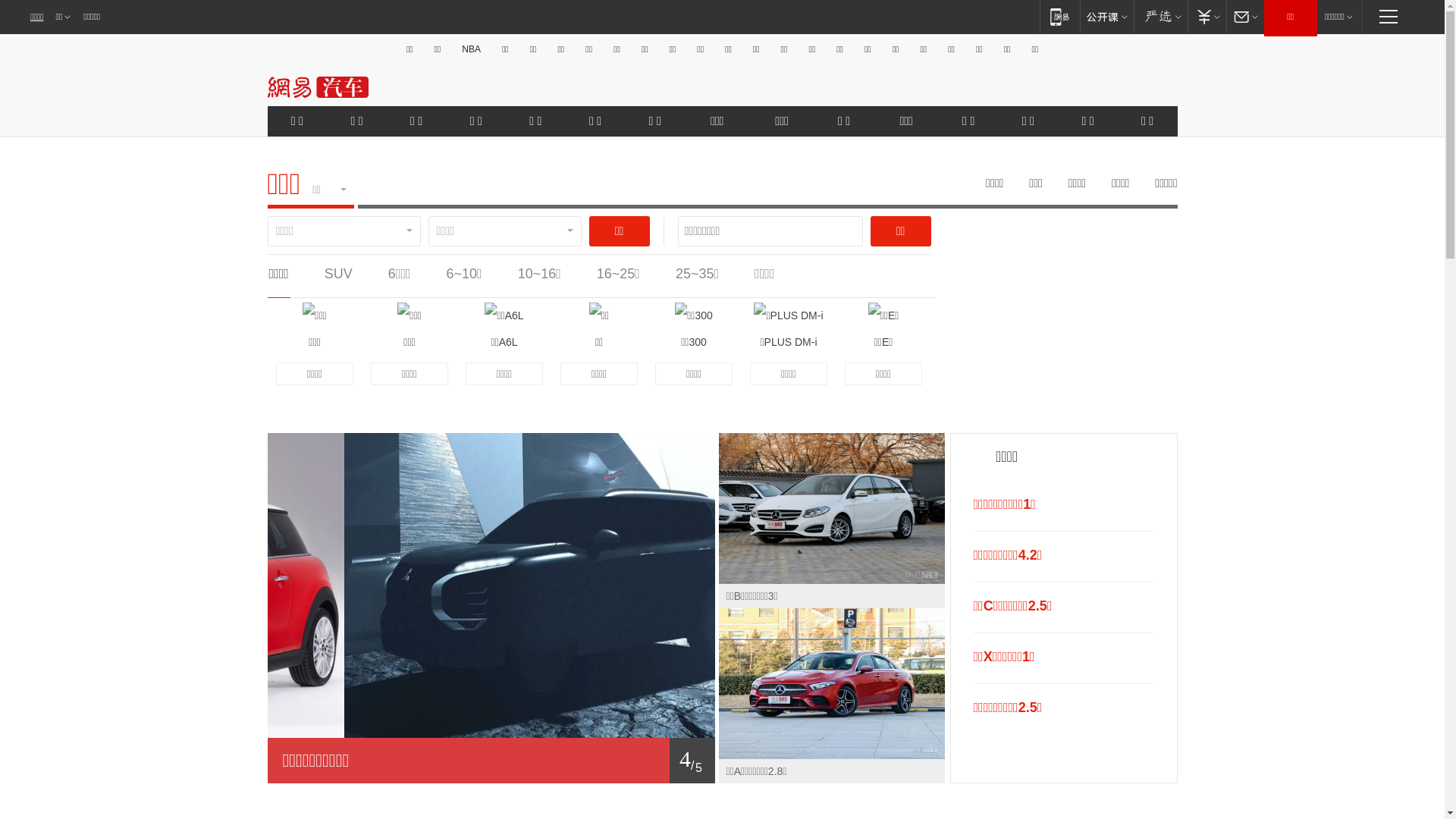 The image size is (1456, 819). I want to click on 'SUV', so click(337, 274).